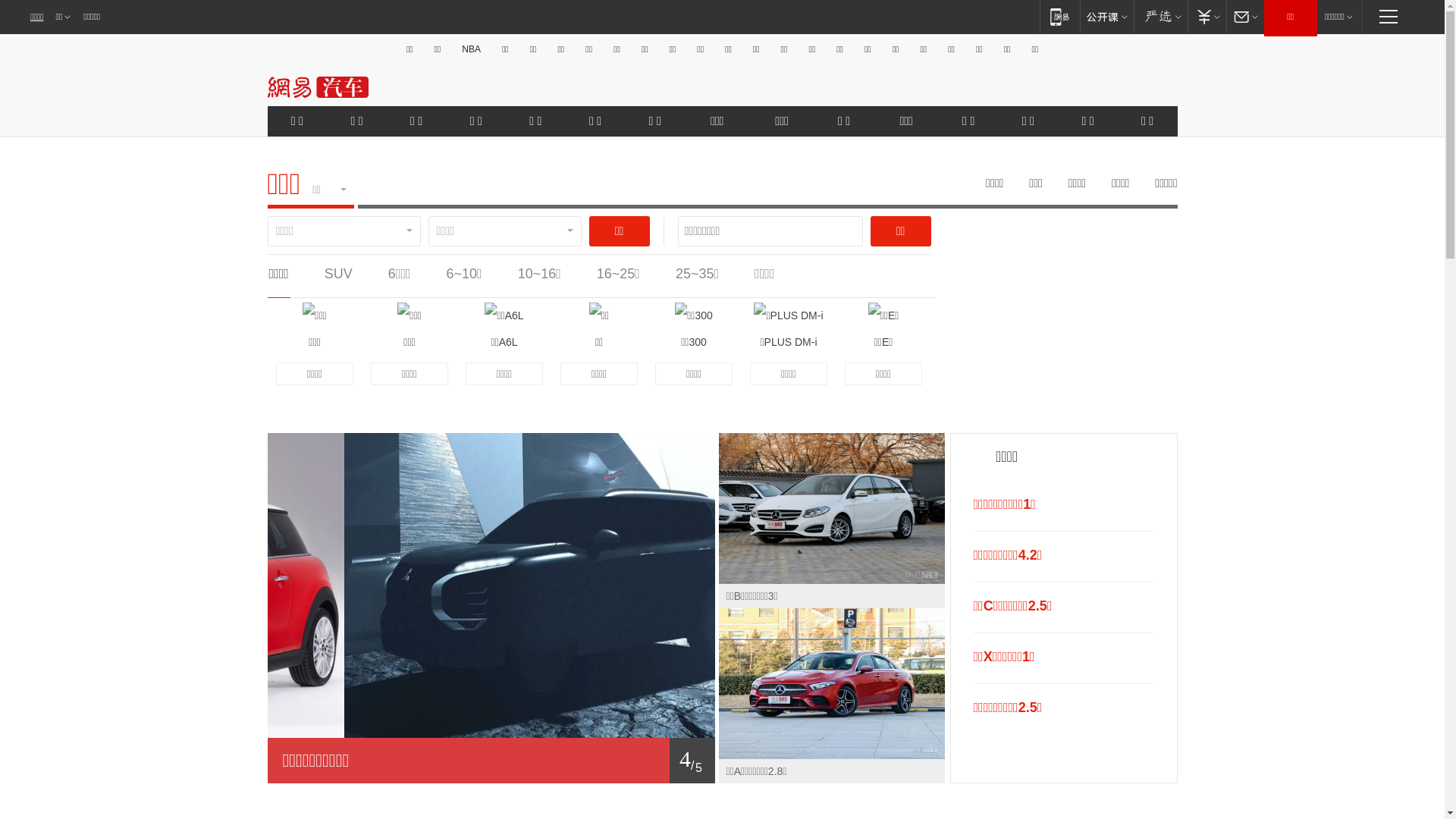 The image size is (1456, 819). I want to click on 'SUV', so click(337, 274).